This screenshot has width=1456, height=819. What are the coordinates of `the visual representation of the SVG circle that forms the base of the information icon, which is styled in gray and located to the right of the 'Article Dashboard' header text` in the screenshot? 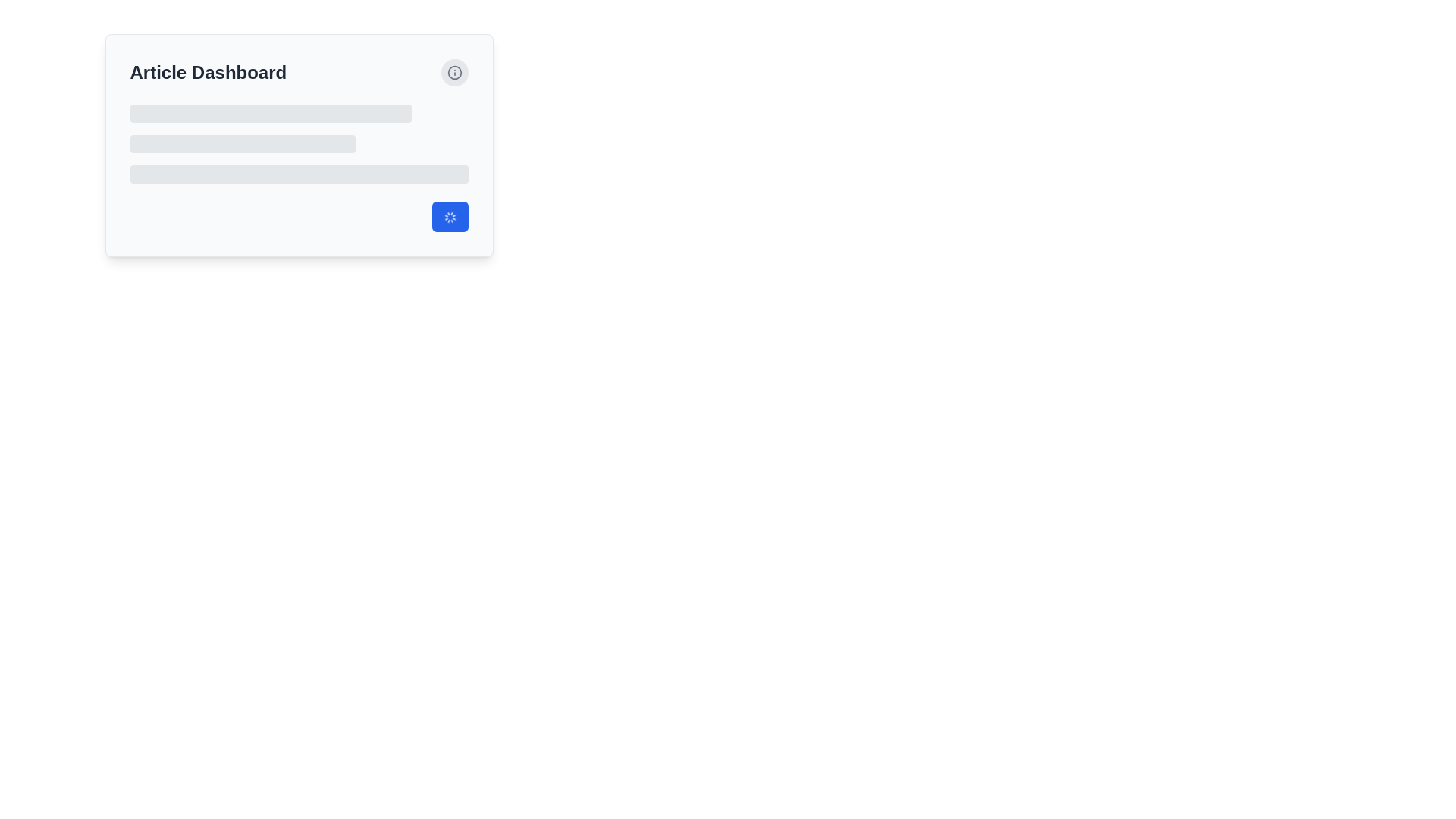 It's located at (453, 73).